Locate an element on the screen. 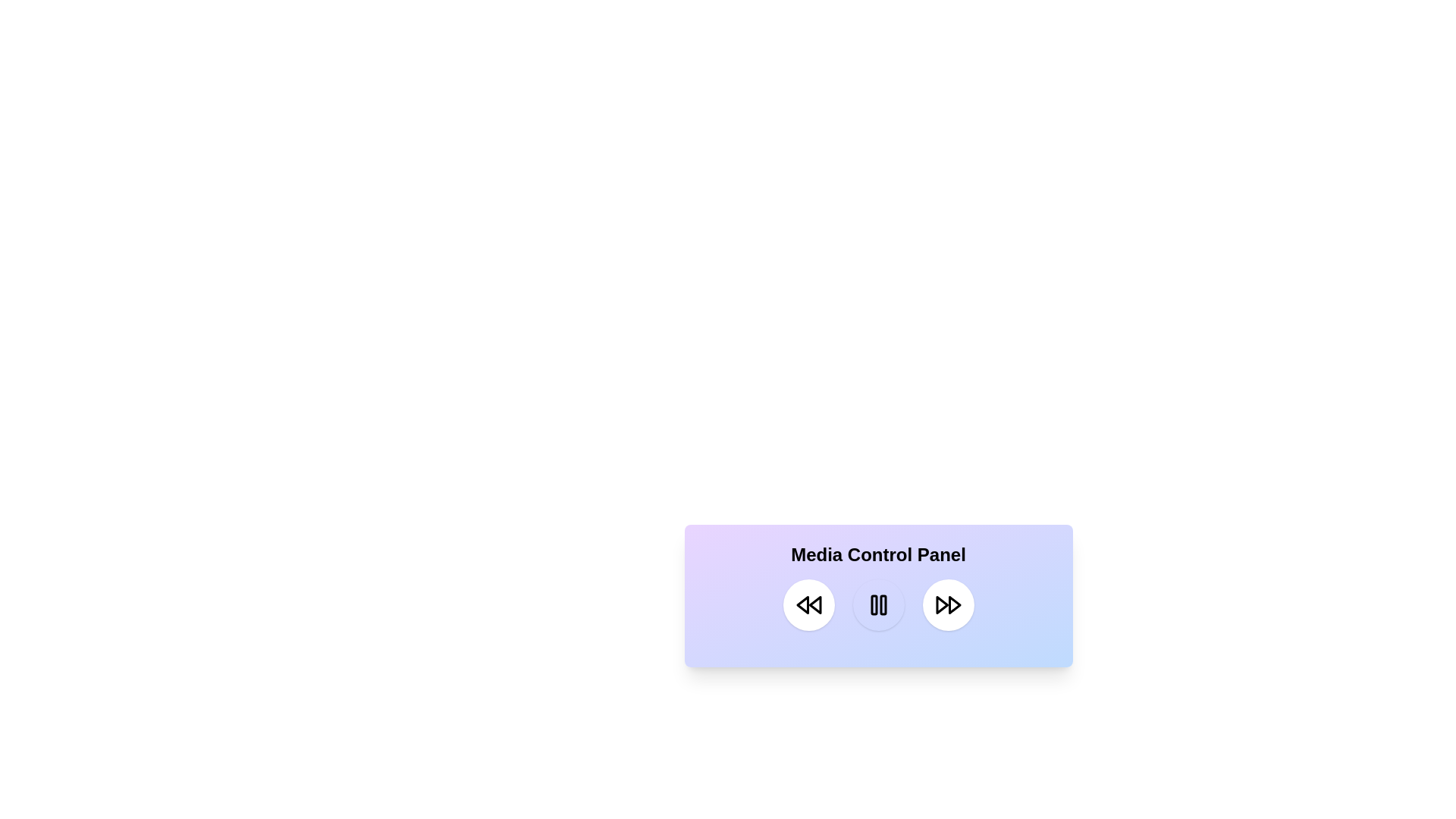 Image resolution: width=1456 pixels, height=819 pixels. the leftward-pointing triangular icon filled with black color, which is part of the media control icons at the bottom center of the interface is located at coordinates (814, 604).